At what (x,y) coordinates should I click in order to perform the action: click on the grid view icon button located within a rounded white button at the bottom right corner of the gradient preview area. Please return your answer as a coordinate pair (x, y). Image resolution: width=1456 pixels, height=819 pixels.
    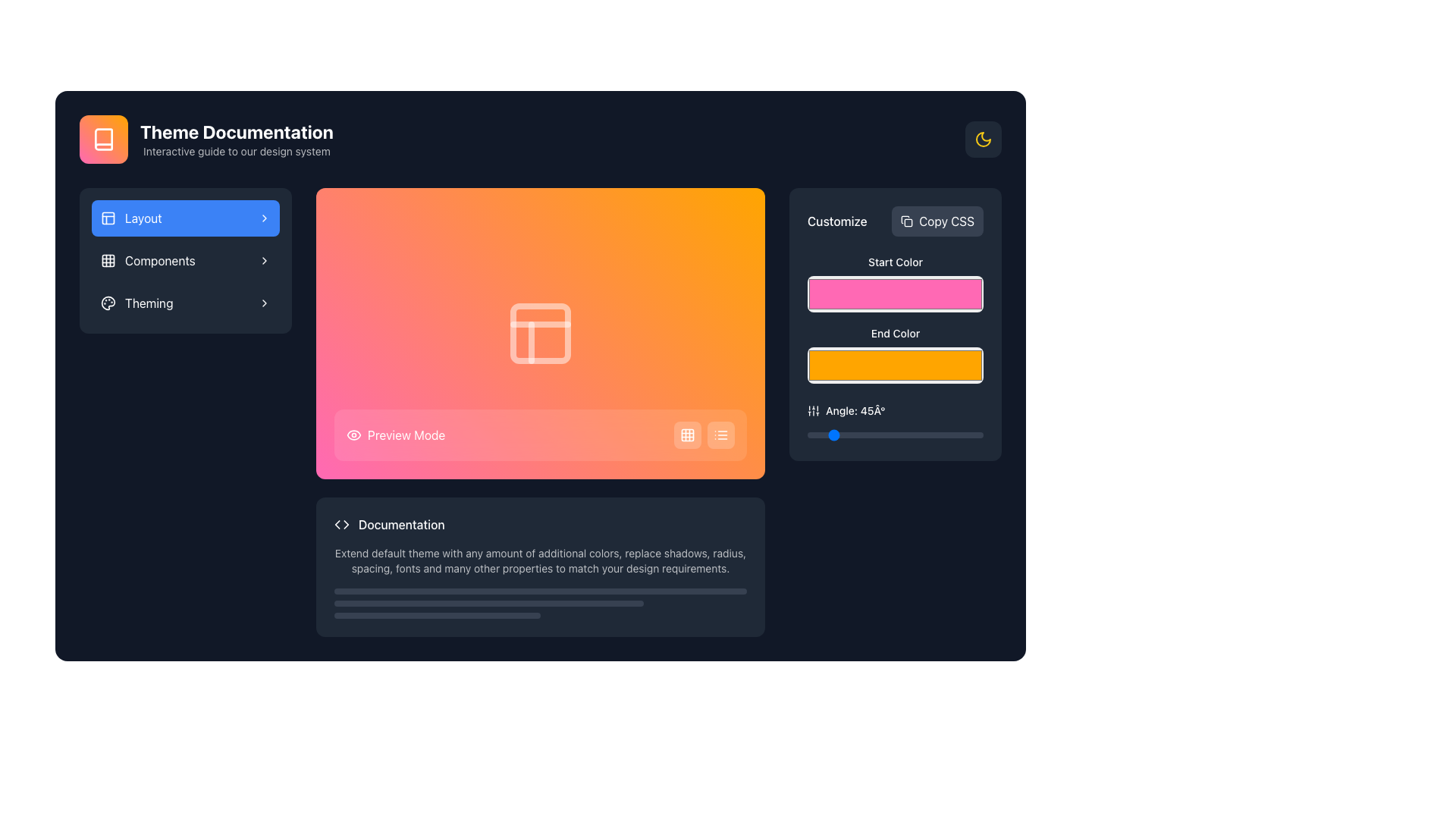
    Looking at the image, I should click on (687, 435).